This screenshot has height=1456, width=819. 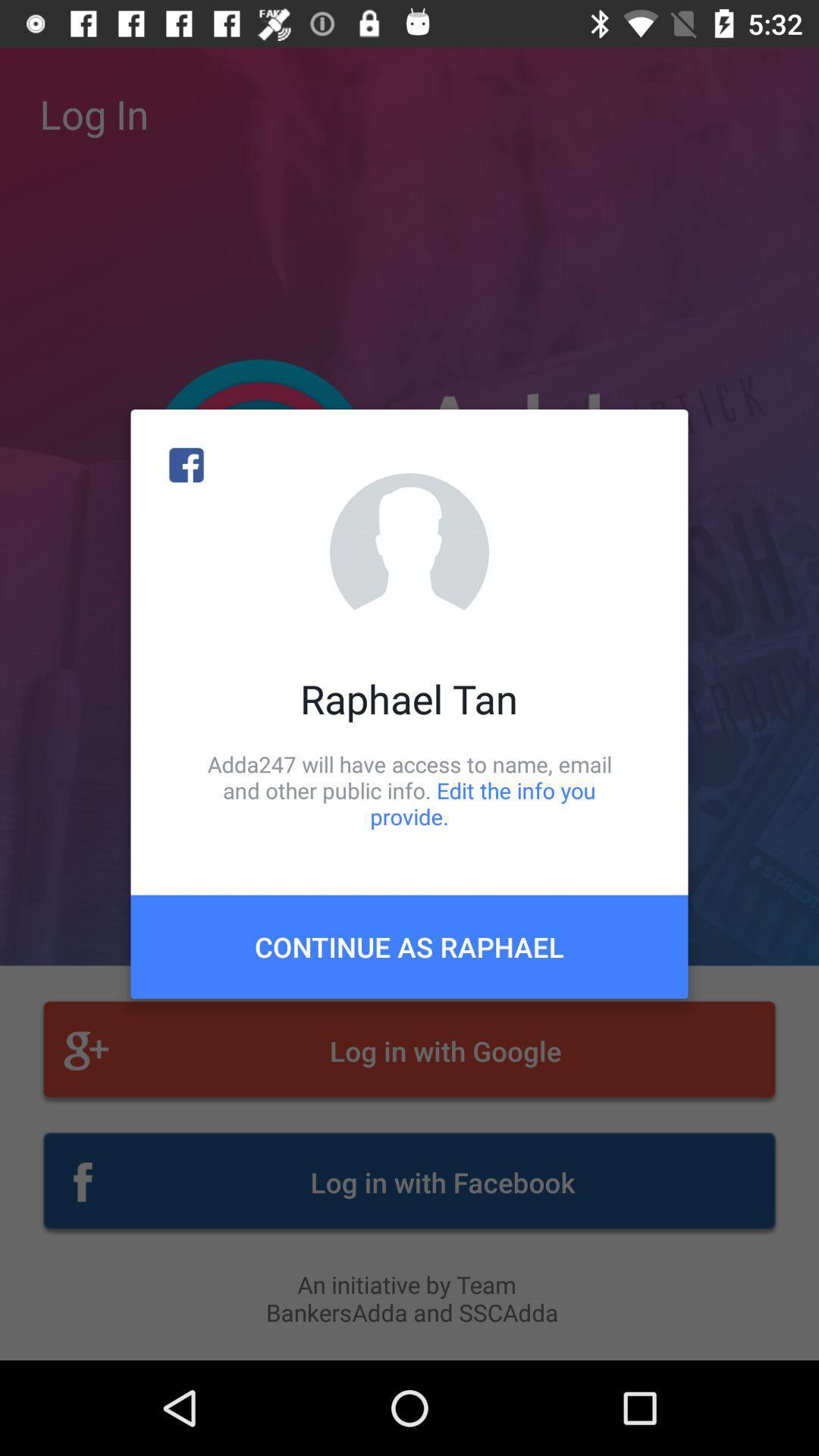 What do you see at coordinates (409, 946) in the screenshot?
I see `continue as raphael` at bounding box center [409, 946].